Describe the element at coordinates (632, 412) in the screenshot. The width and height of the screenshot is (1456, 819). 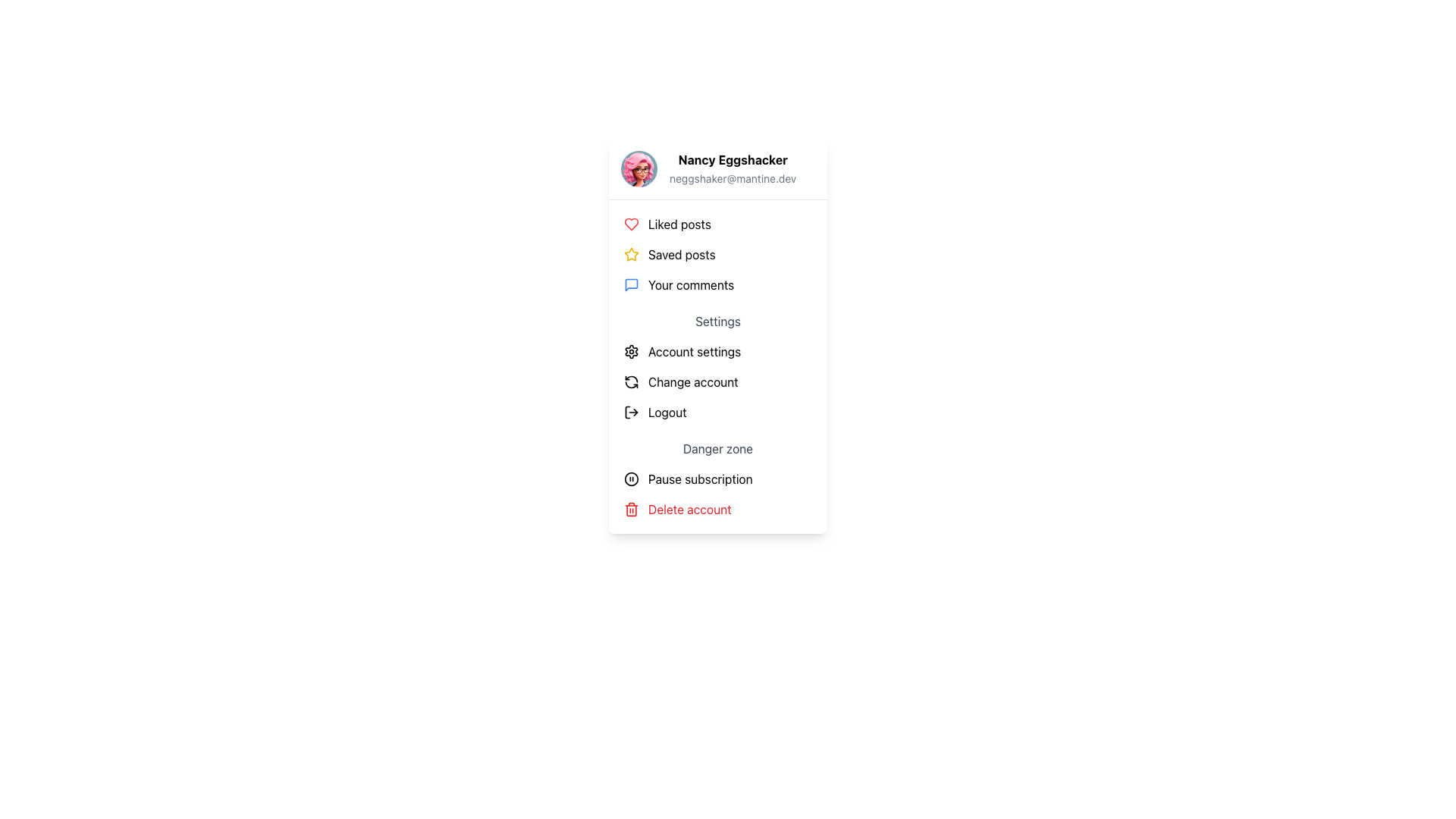
I see `the icon shaped like an arrow pointing outward and to the right, located to the left of the 'Logout' label in the dropdown menu under the user profile section` at that location.